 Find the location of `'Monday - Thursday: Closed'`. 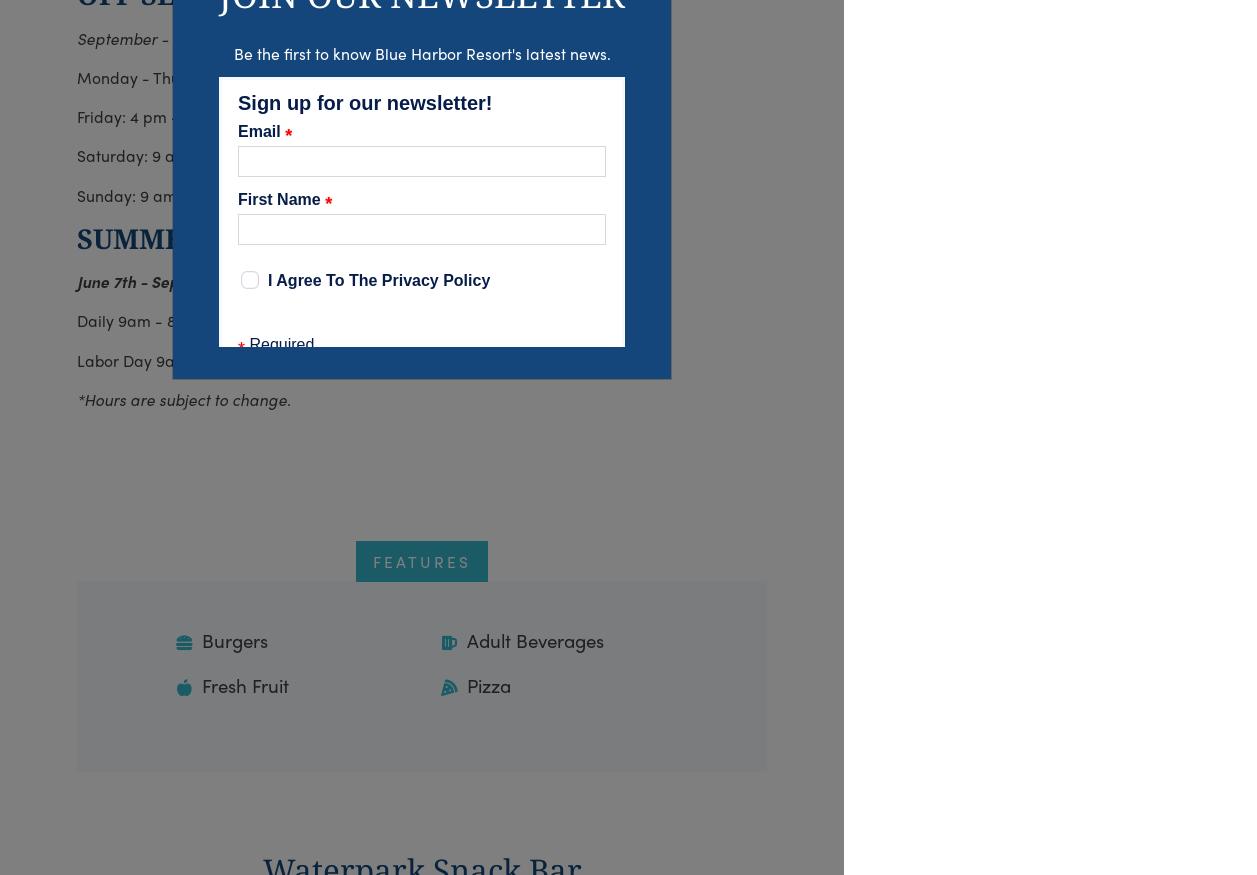

'Monday - Thursday: Closed' is located at coordinates (177, 77).